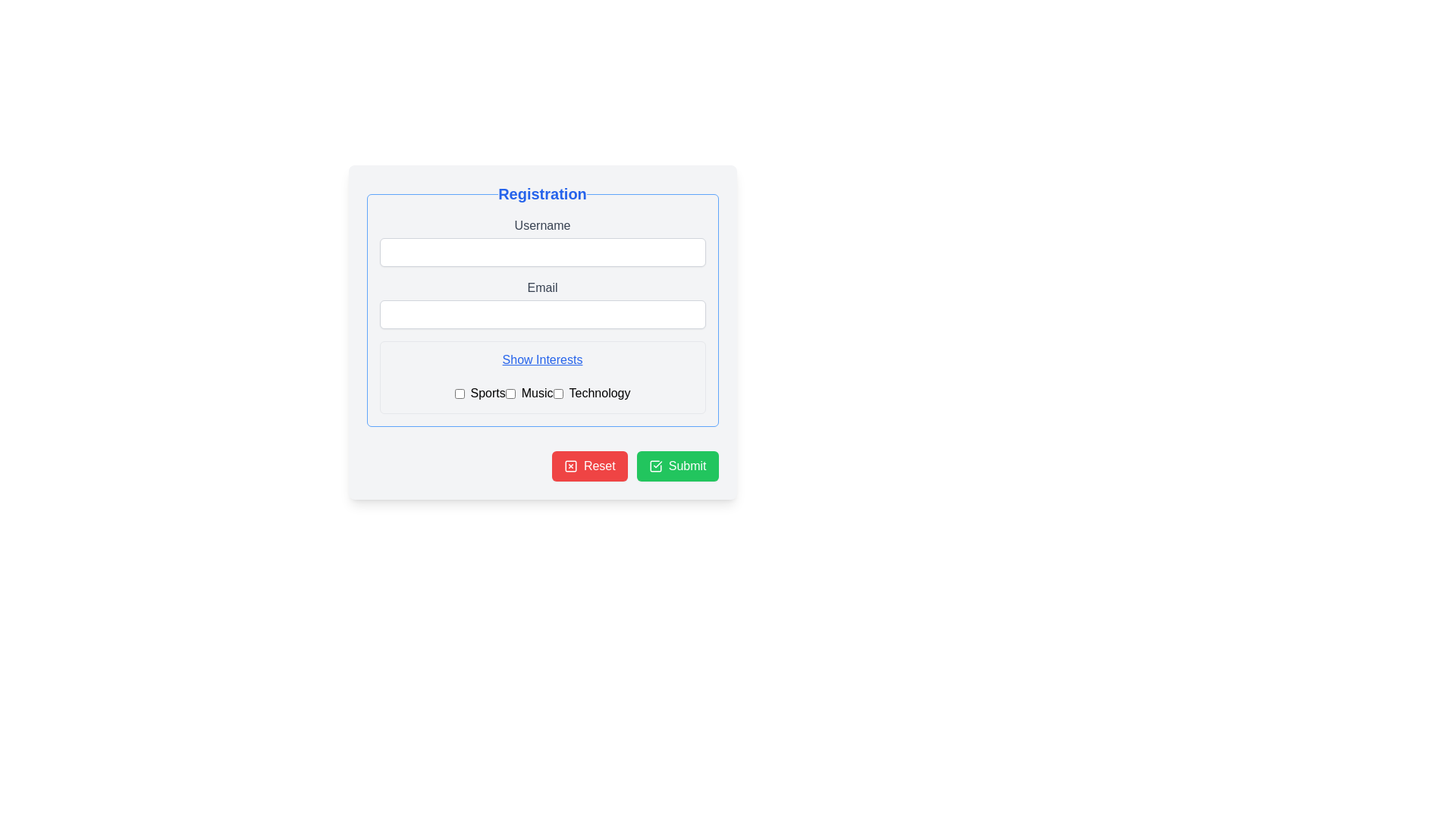 The height and width of the screenshot is (819, 1456). I want to click on the 'Sports' checkbox, so click(458, 393).